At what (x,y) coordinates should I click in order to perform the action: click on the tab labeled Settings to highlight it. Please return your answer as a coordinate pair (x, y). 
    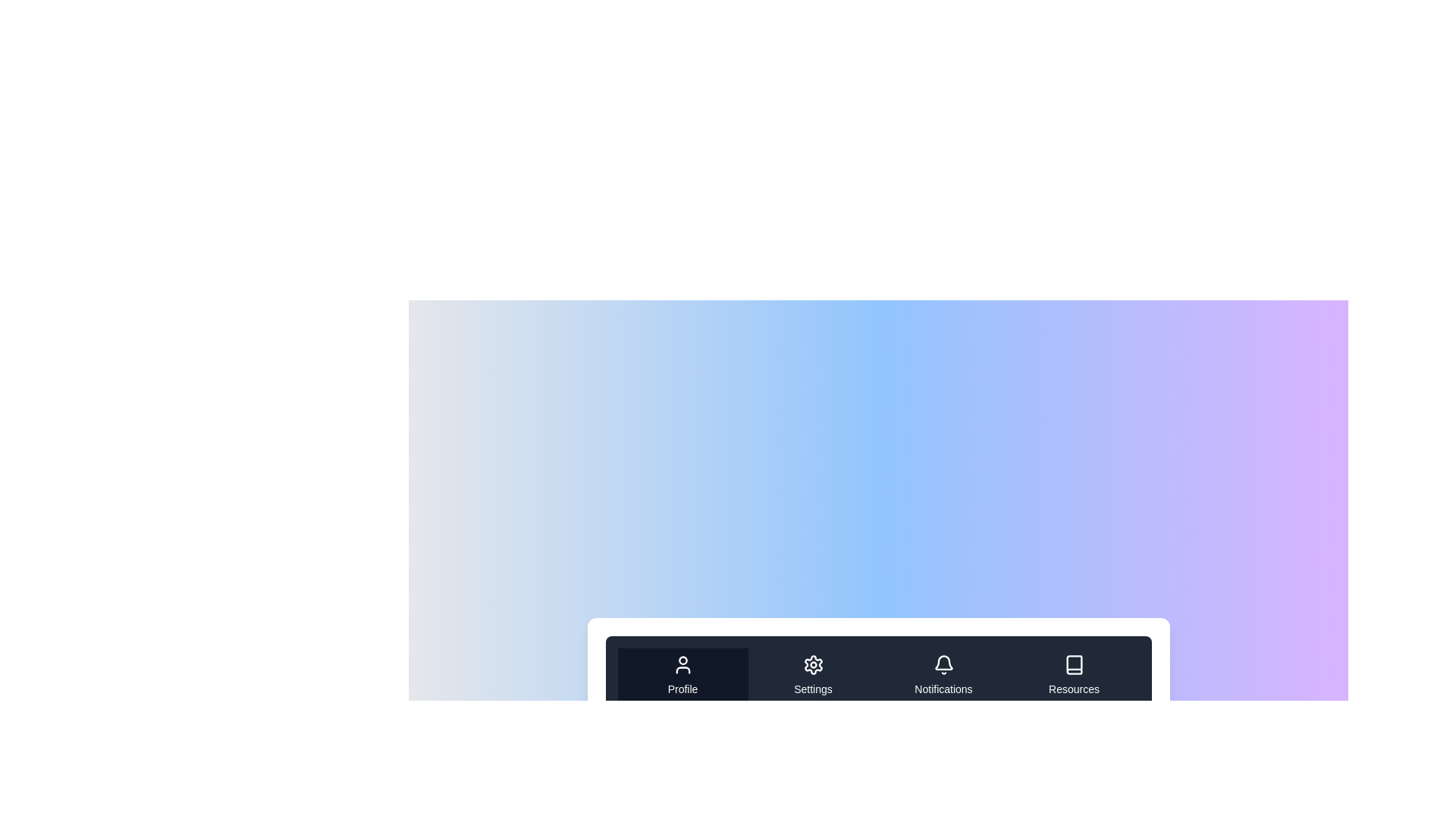
    Looking at the image, I should click on (812, 675).